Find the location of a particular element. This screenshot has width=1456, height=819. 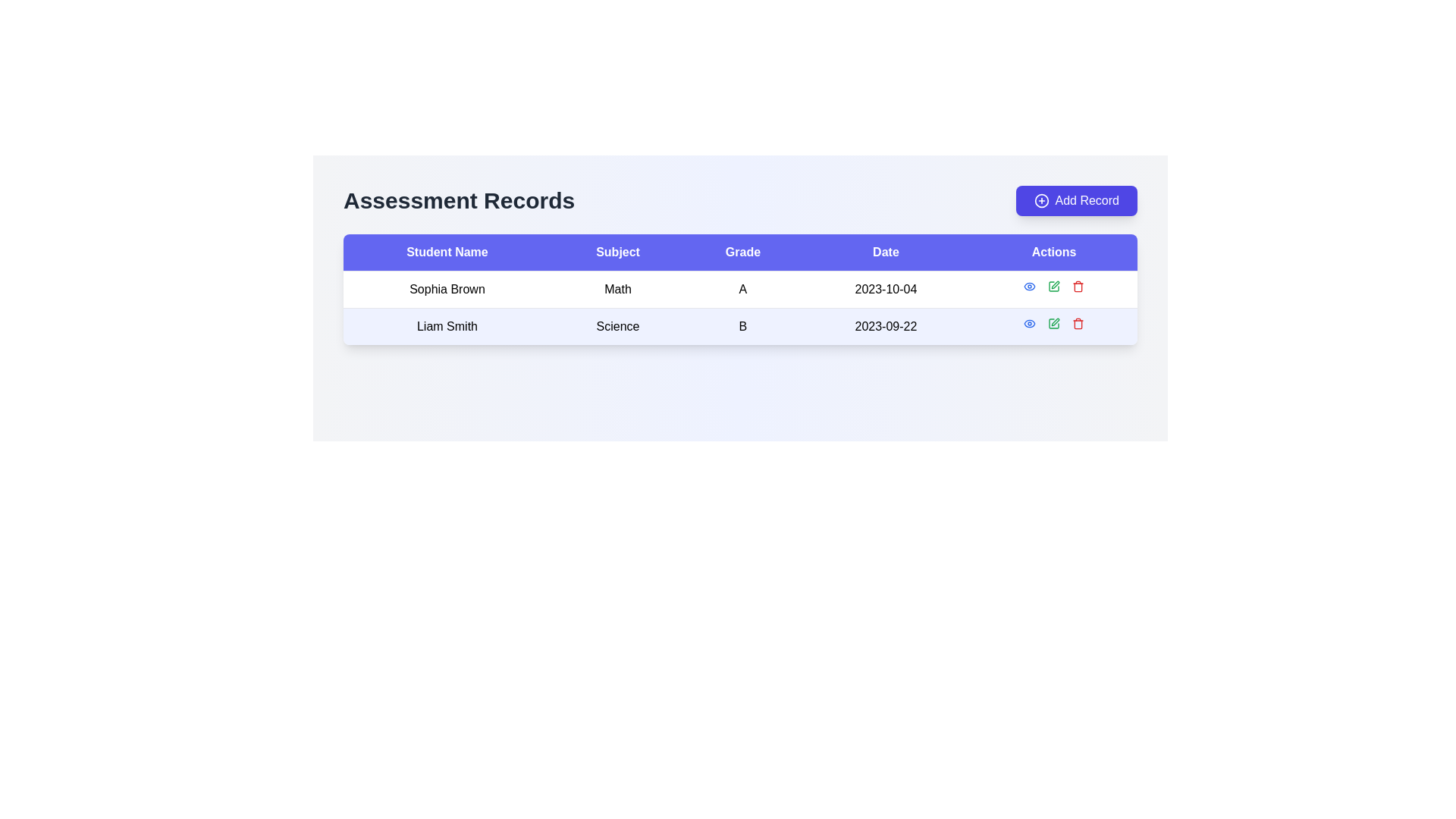

the Table Header that specifies the column containing date values, which is the fourth header in the row of headers preceded by 'Student Name', 'Subject', and 'Grade' is located at coordinates (886, 252).